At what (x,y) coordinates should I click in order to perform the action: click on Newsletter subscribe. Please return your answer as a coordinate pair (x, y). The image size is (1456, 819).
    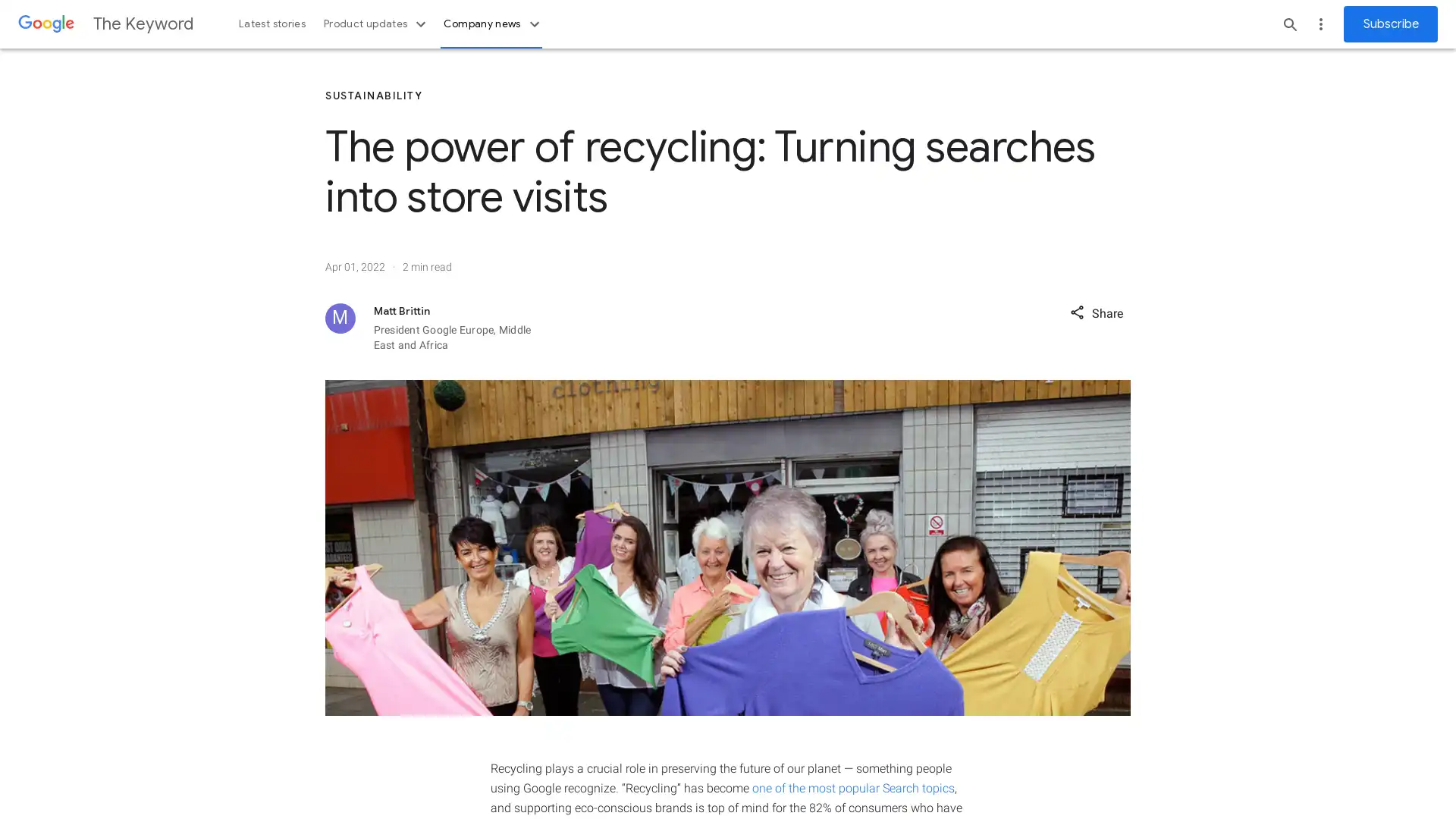
    Looking at the image, I should click on (1390, 24).